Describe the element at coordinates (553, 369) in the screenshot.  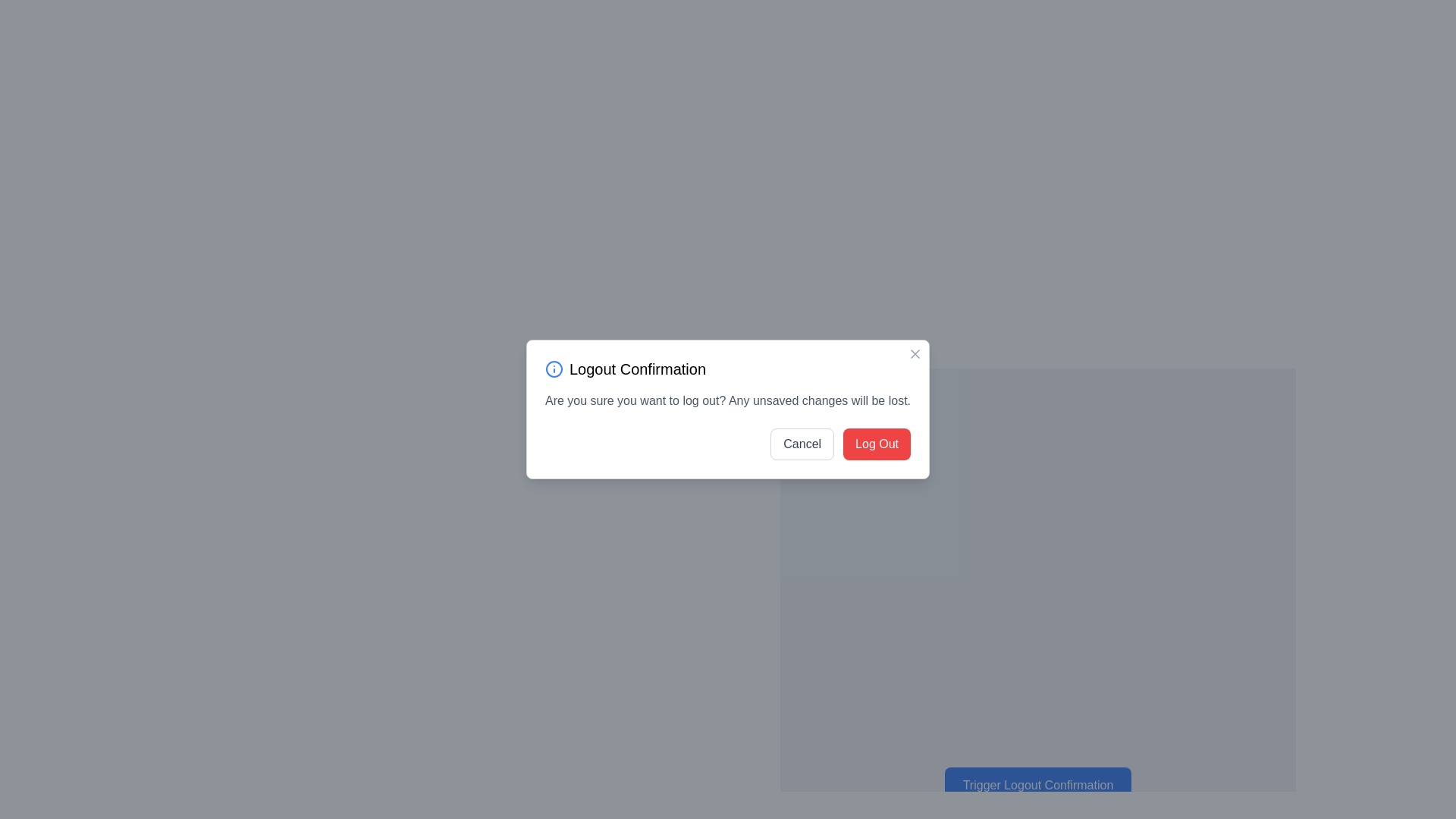
I see `the circular icon with a blue outline representing informational context, which is positioned to the left of the 'Logout Confirmation' title text` at that location.